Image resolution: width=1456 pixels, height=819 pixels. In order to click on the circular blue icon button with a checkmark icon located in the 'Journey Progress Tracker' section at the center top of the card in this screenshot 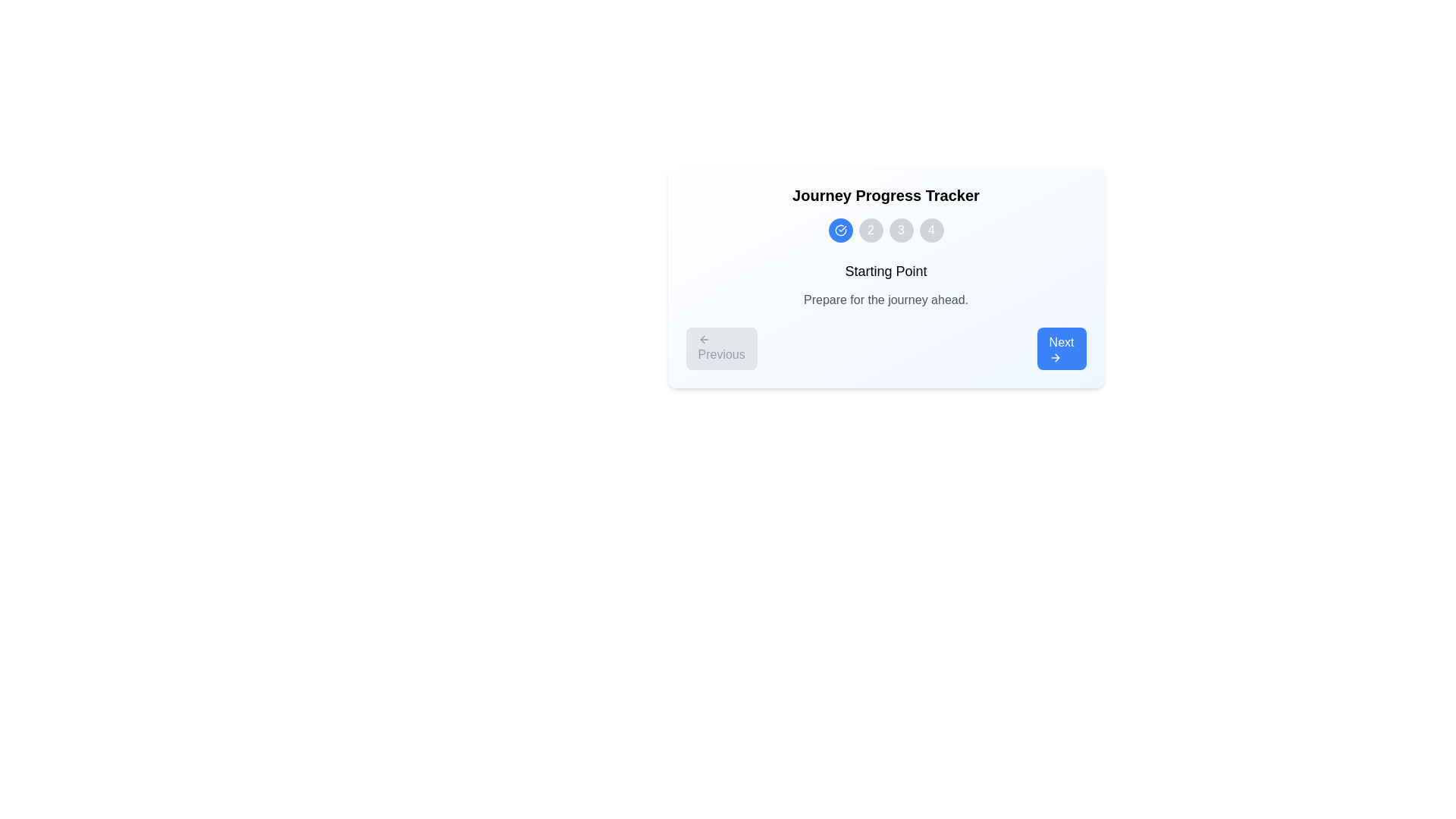, I will do `click(839, 231)`.